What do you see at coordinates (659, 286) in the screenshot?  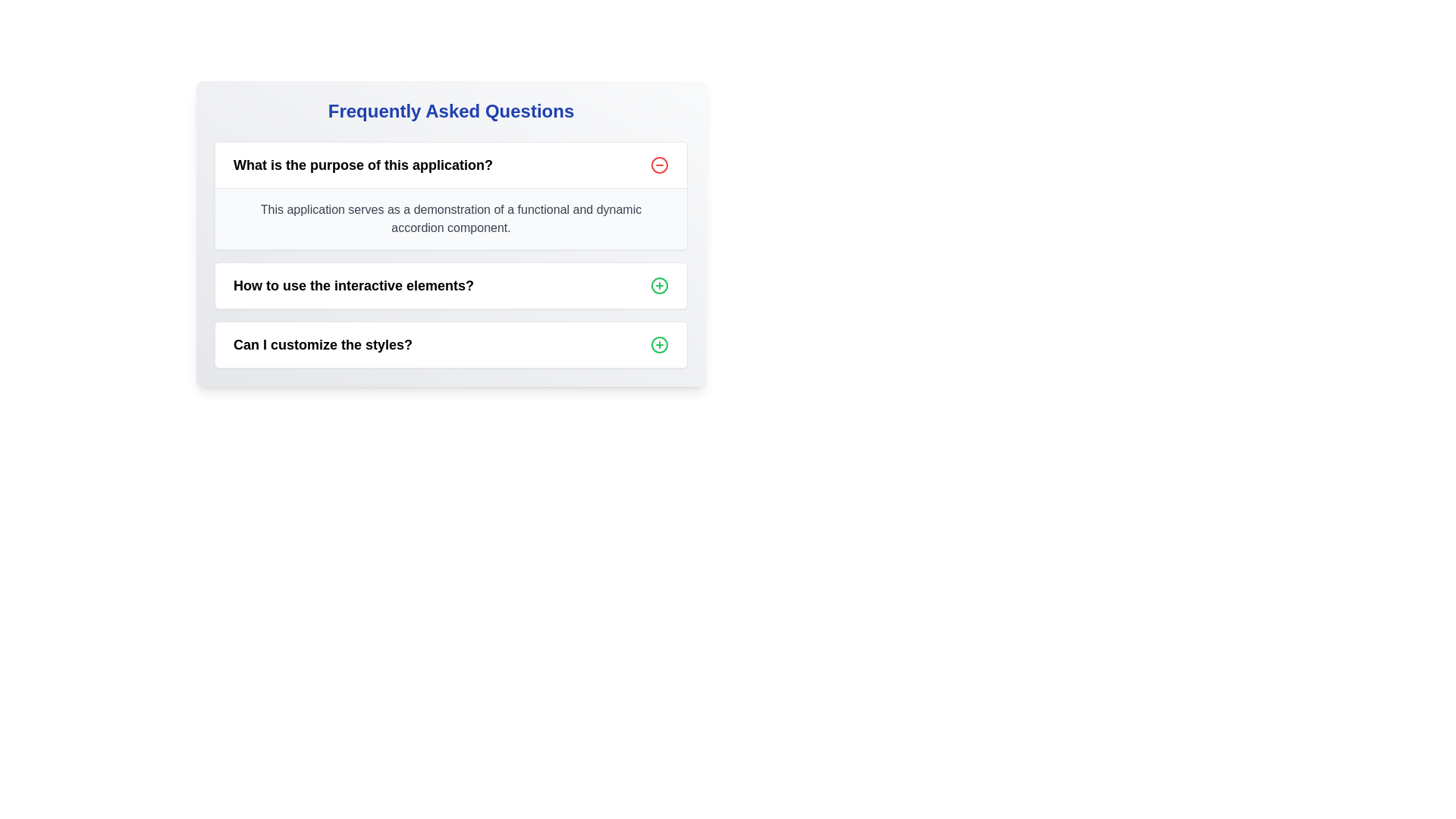 I see `the Circle SVG graphical element that forms the base for the plus symbol, located to the far right of the 'How to use the interactive elements?' question in the FAQ-style list` at bounding box center [659, 286].